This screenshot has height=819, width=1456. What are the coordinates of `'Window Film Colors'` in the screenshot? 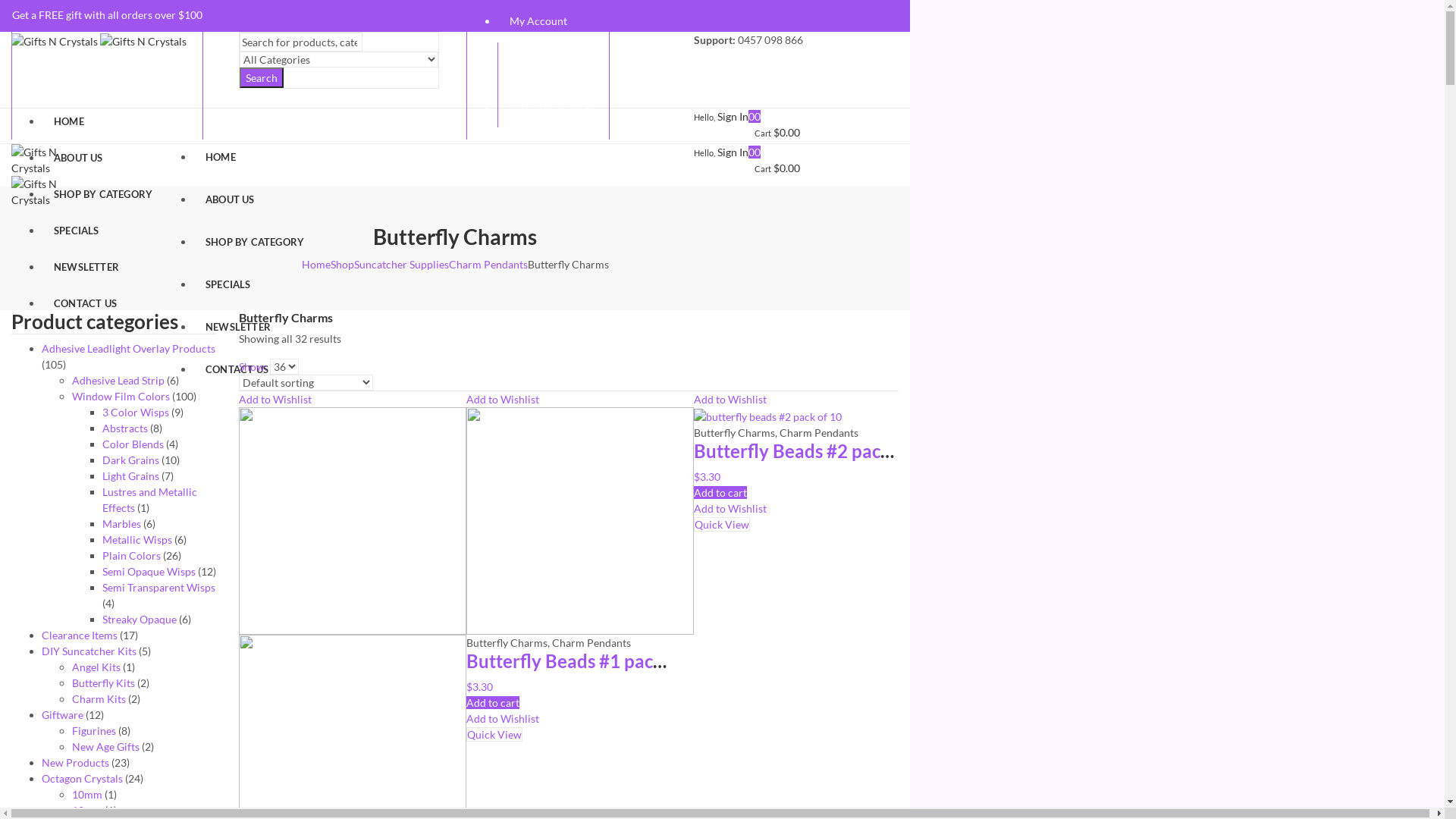 It's located at (71, 395).